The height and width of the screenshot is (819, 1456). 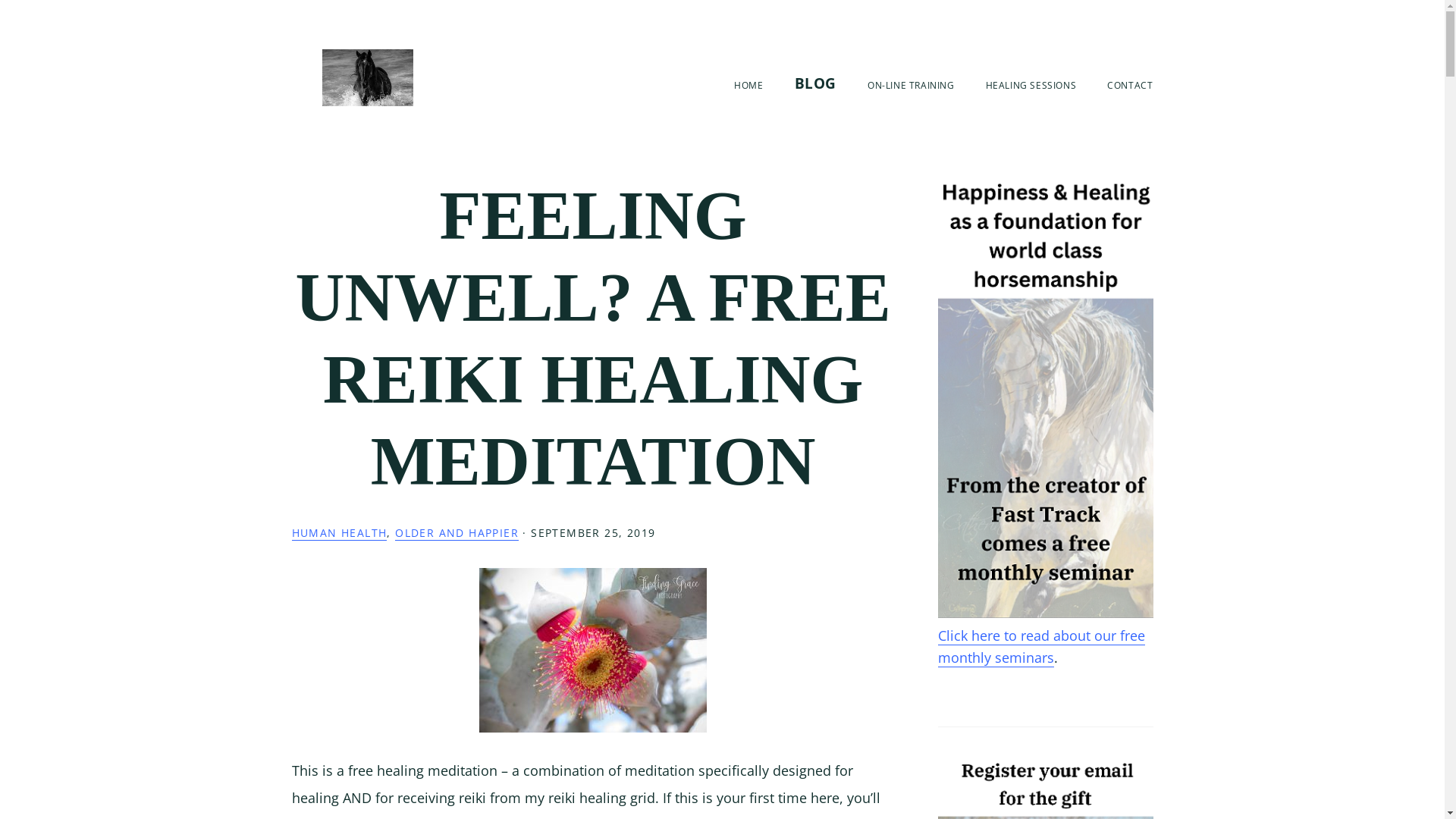 I want to click on 'HEALING SESSIONS', so click(x=1031, y=85).